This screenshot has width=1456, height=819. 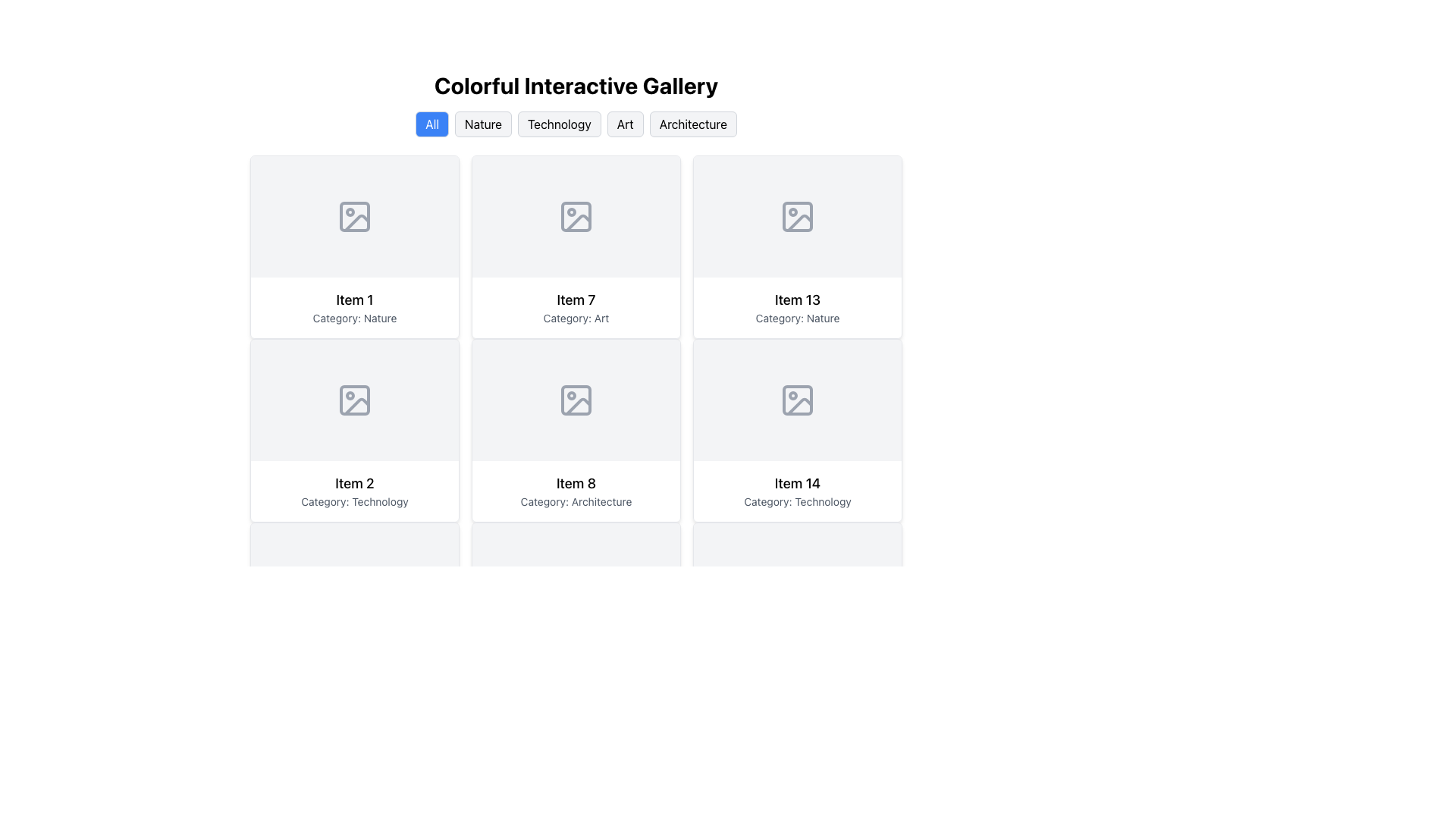 I want to click on the light gray rectangular placeholder element with rounded corners that contains an image icon, located at the top-left of a grid layout, so click(x=353, y=216).